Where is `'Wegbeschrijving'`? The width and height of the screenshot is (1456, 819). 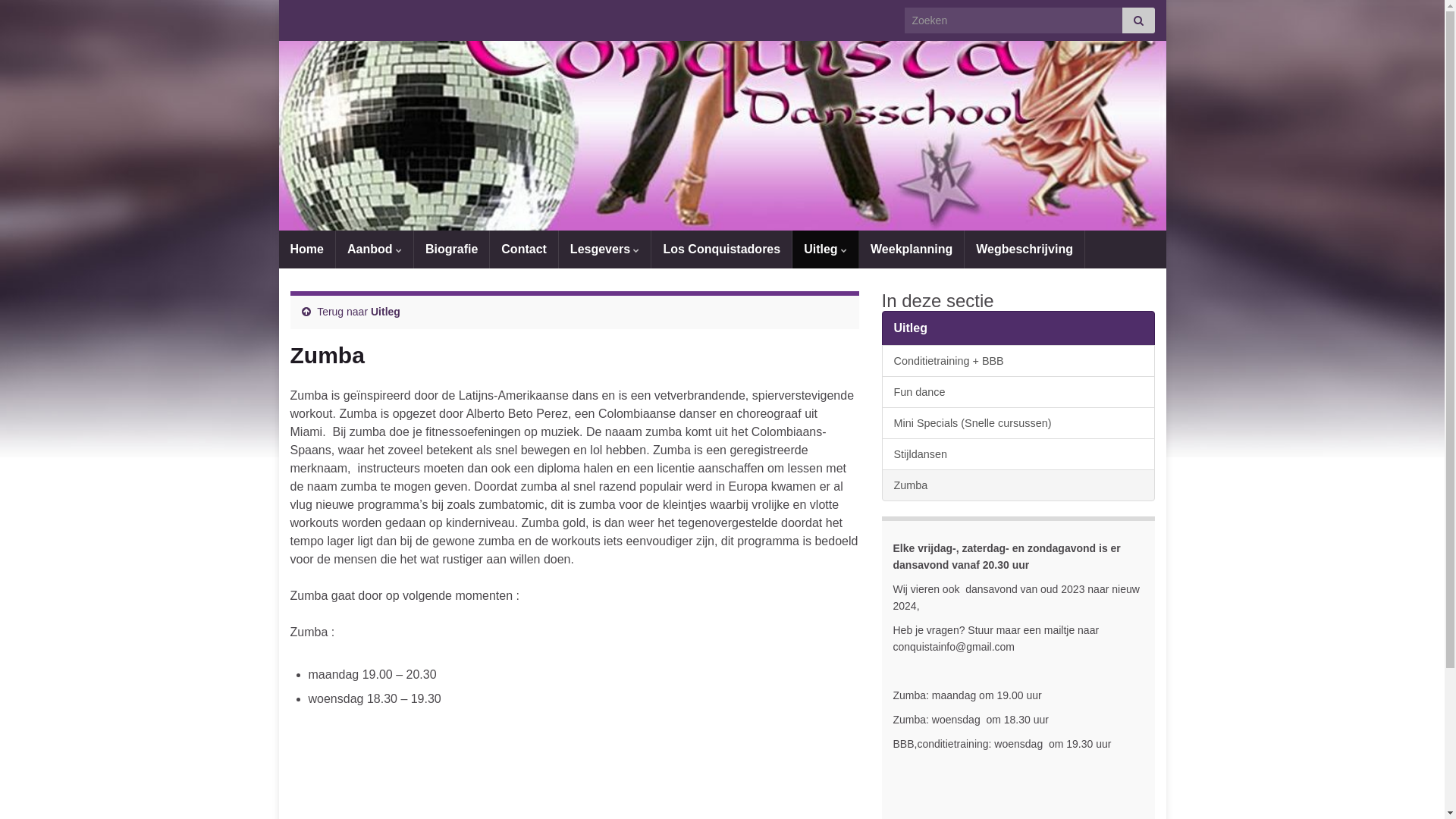
'Wegbeschrijving' is located at coordinates (1024, 248).